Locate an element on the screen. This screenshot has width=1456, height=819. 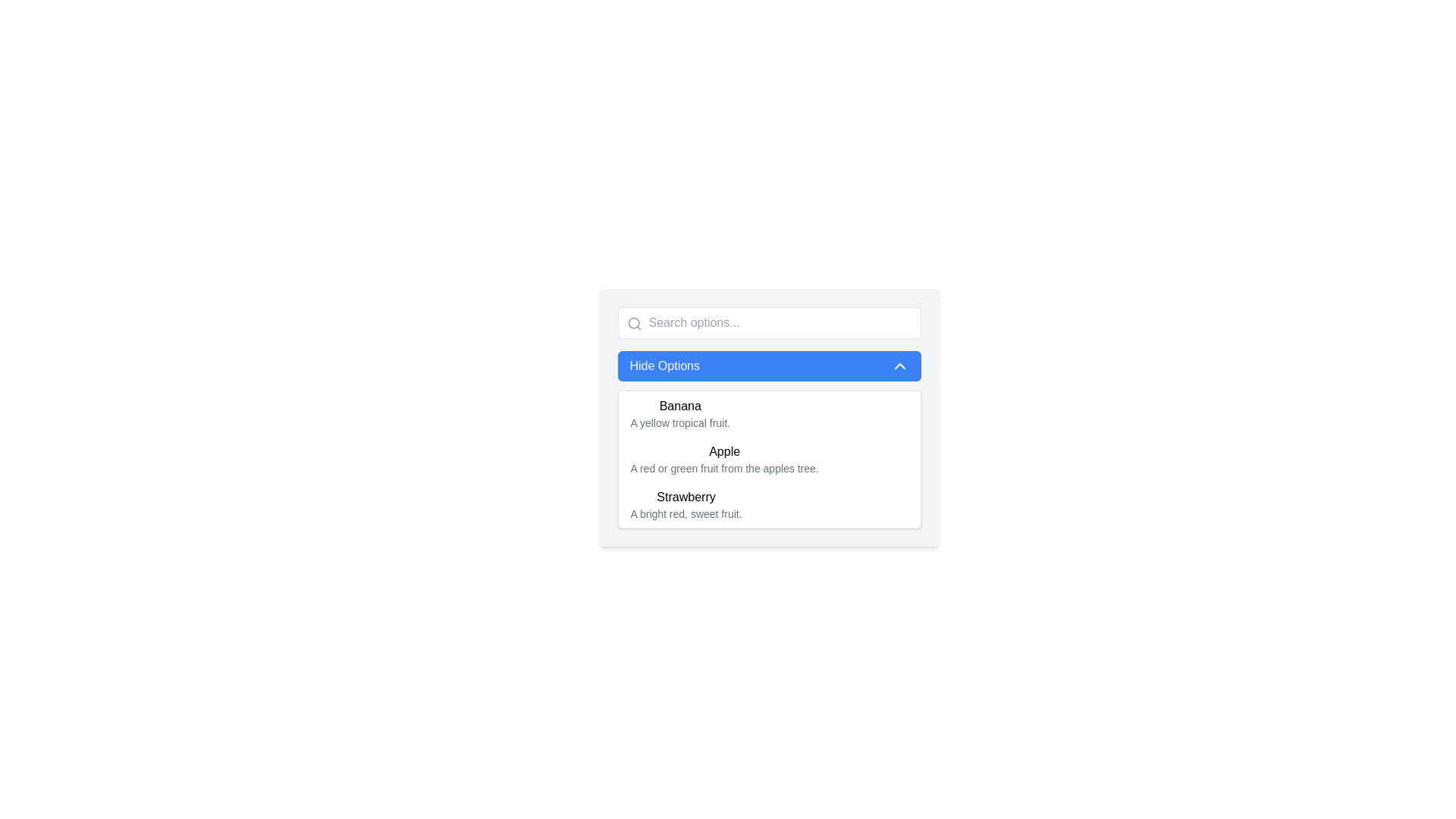
the text label that identifies the fruit item as 'Apple', which serves as a header in the vertical list of fruit entries is located at coordinates (723, 451).